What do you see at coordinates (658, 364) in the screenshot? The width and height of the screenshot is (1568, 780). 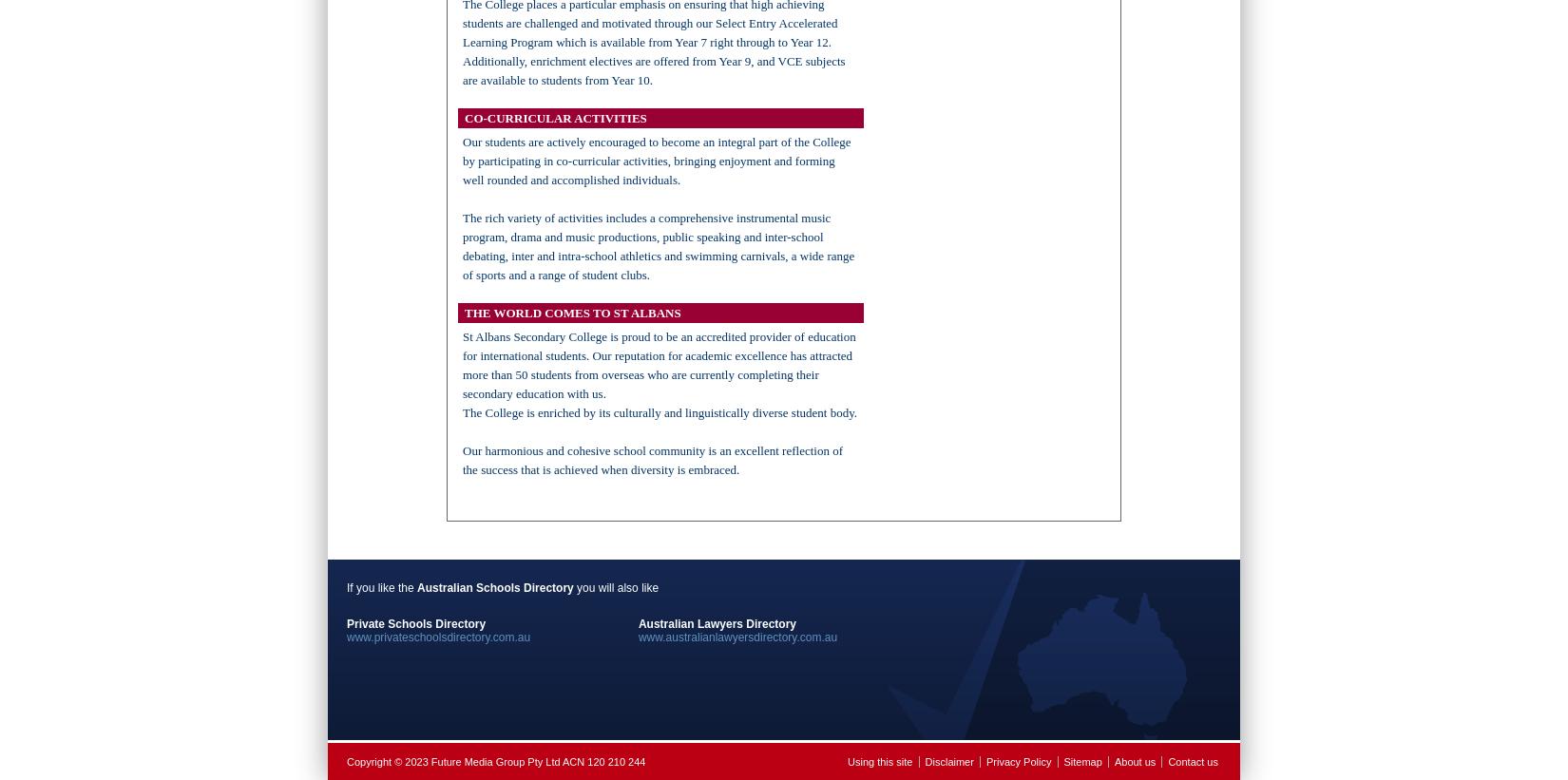 I see `'St Albans Secondary College is proud to be an accredited provider of education for international students. Our reputation for academic excellence has attracted more than 50 students from overseas who are currently completing their secondary education with us.'` at bounding box center [658, 364].